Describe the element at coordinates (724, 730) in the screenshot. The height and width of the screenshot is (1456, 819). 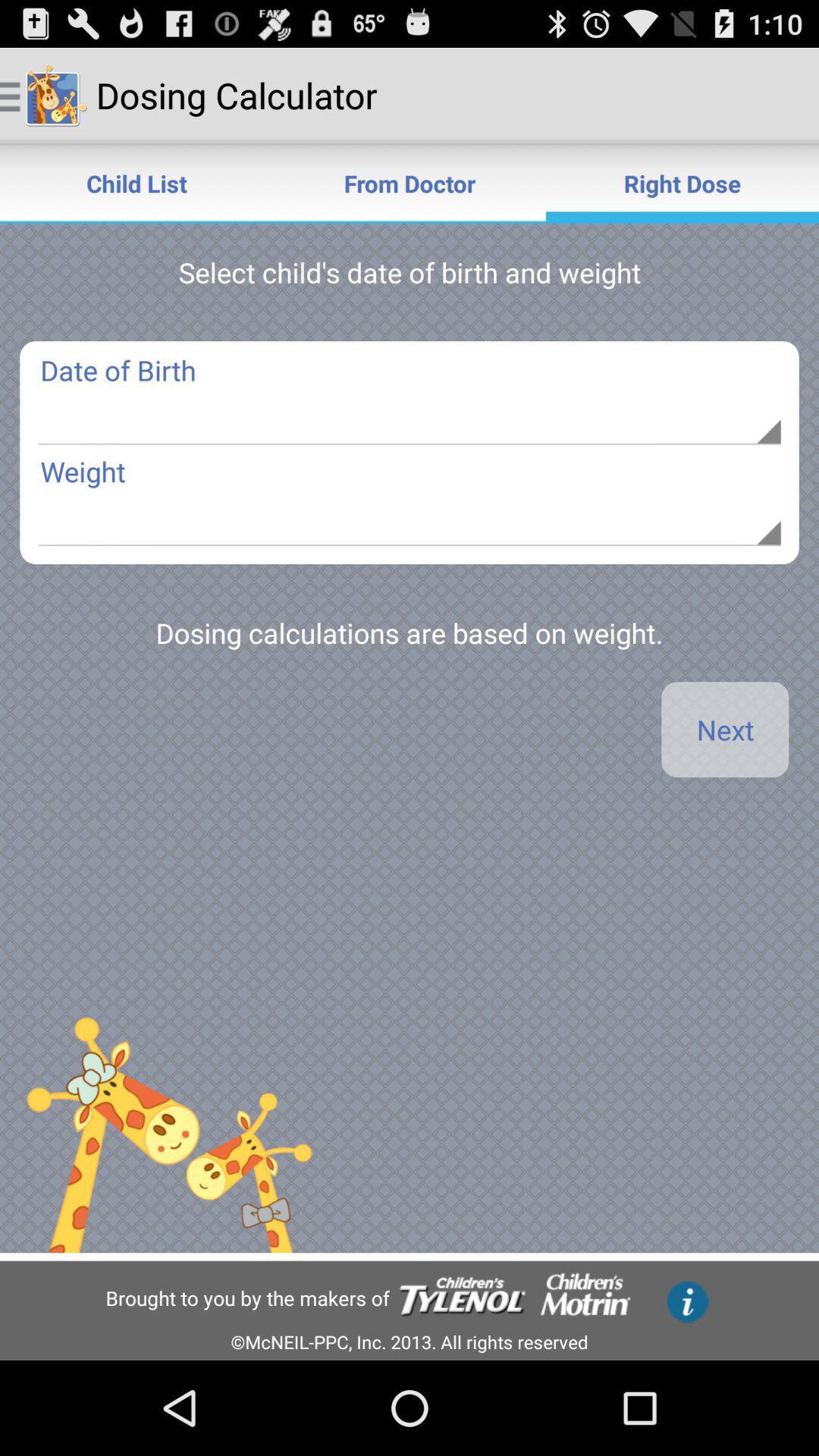
I see `next icon` at that location.